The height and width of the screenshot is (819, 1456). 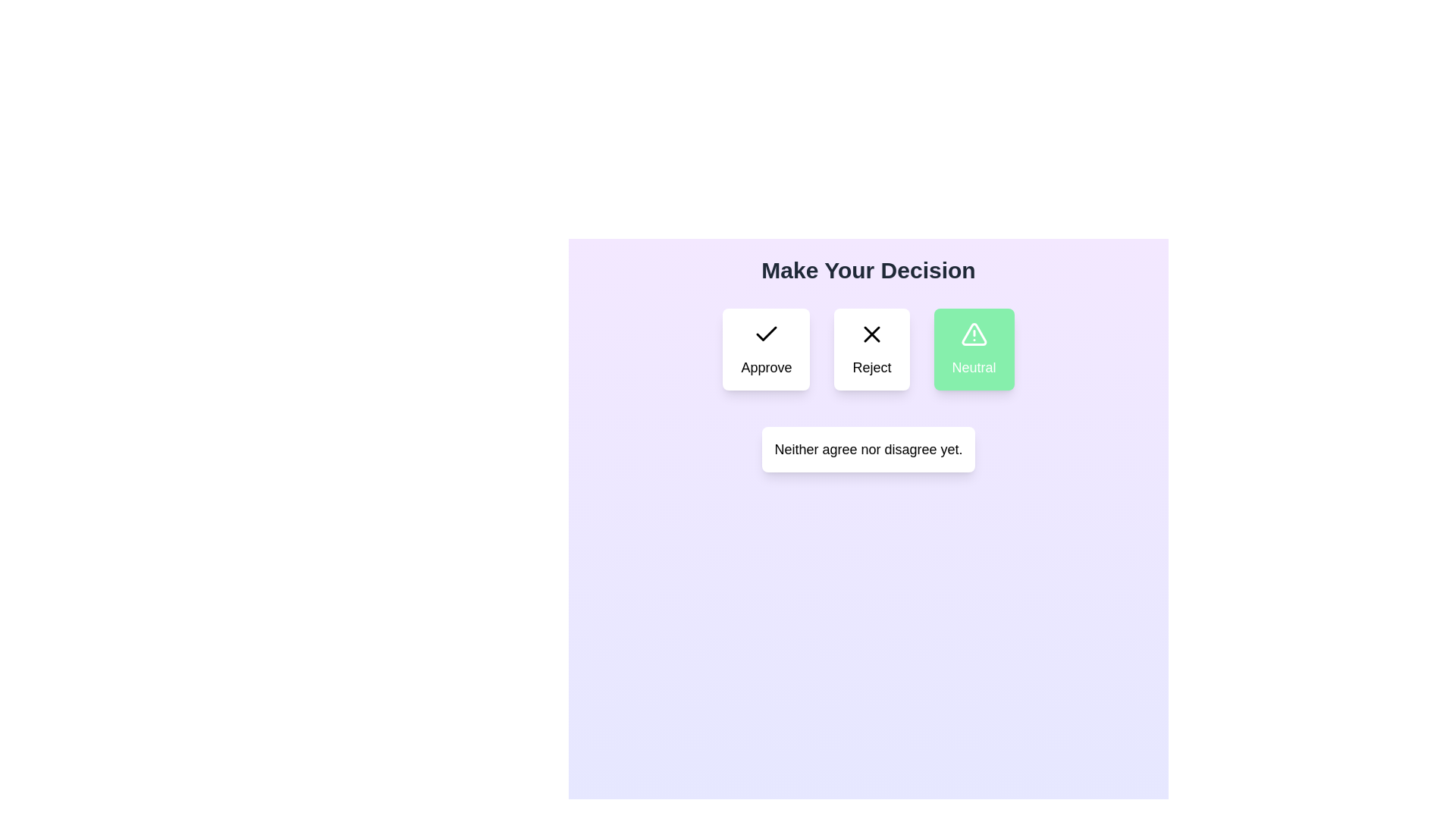 What do you see at coordinates (766, 350) in the screenshot?
I see `the button labeled Approve to observe its visual effect` at bounding box center [766, 350].